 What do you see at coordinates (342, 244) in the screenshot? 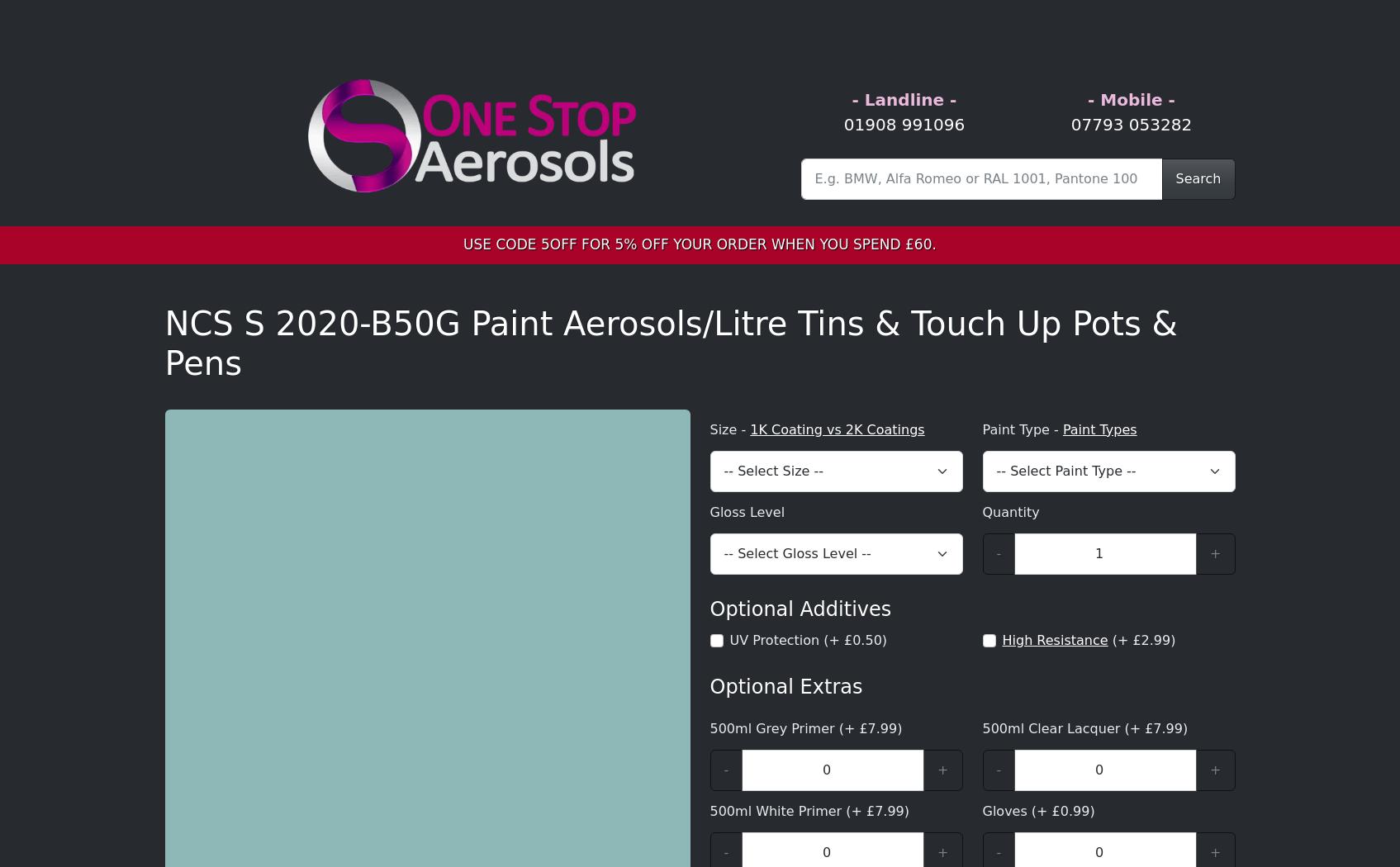
I see `'140-185-183'` at bounding box center [342, 244].